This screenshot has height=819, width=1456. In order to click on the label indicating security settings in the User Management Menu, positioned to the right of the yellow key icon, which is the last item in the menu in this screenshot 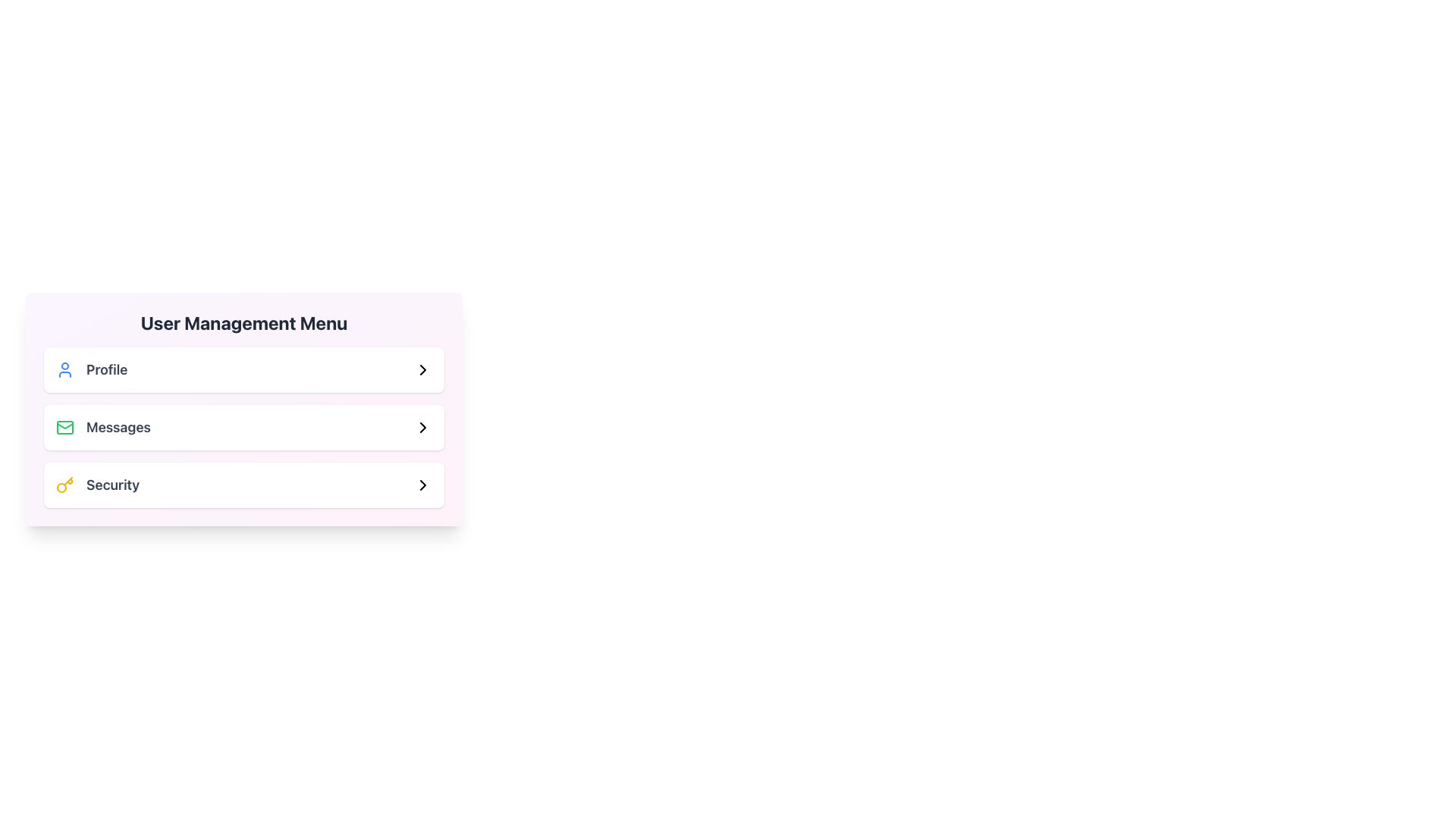, I will do `click(111, 485)`.